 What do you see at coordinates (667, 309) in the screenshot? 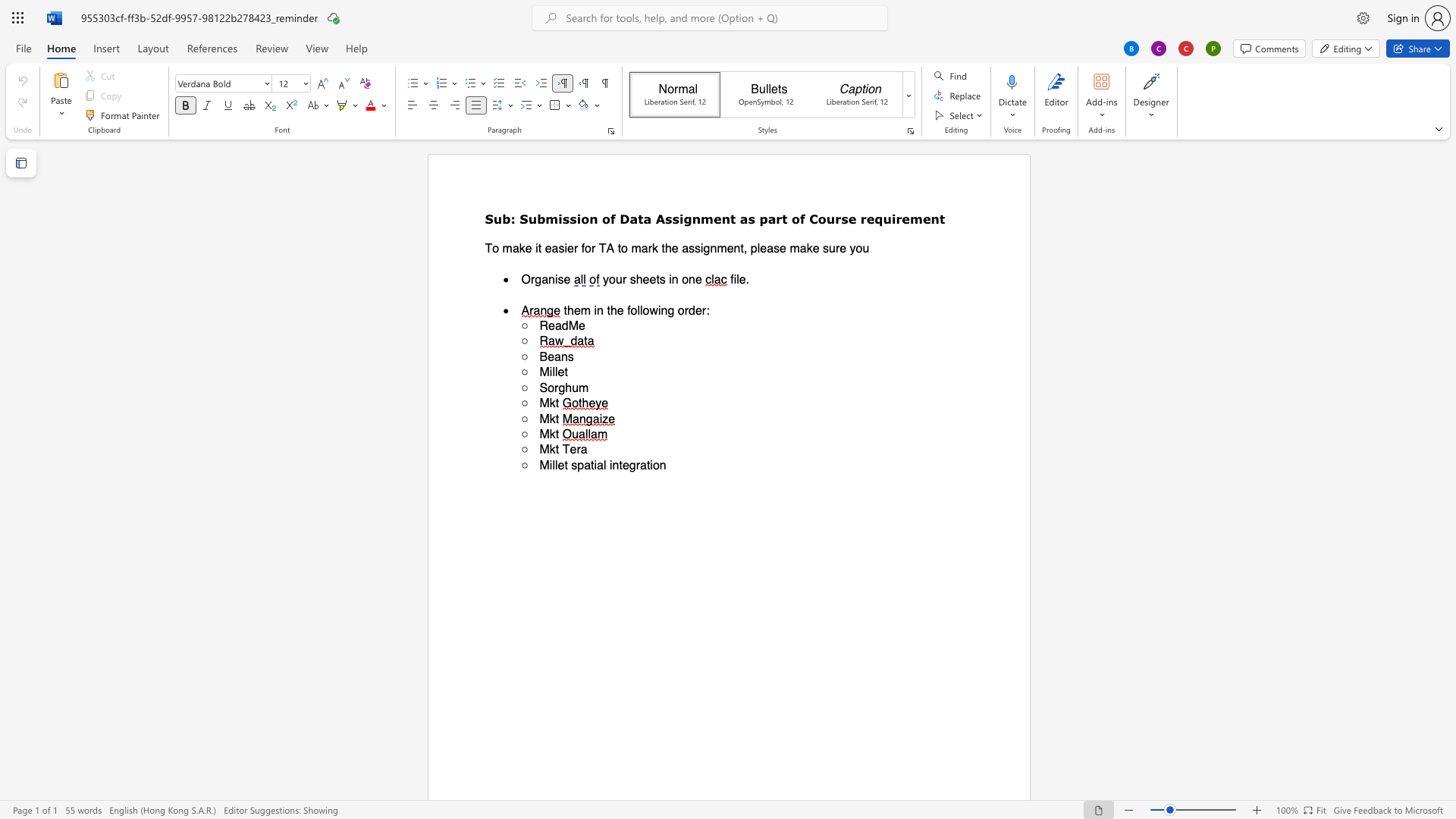
I see `the space between the continuous character "n" and "g" in the text` at bounding box center [667, 309].